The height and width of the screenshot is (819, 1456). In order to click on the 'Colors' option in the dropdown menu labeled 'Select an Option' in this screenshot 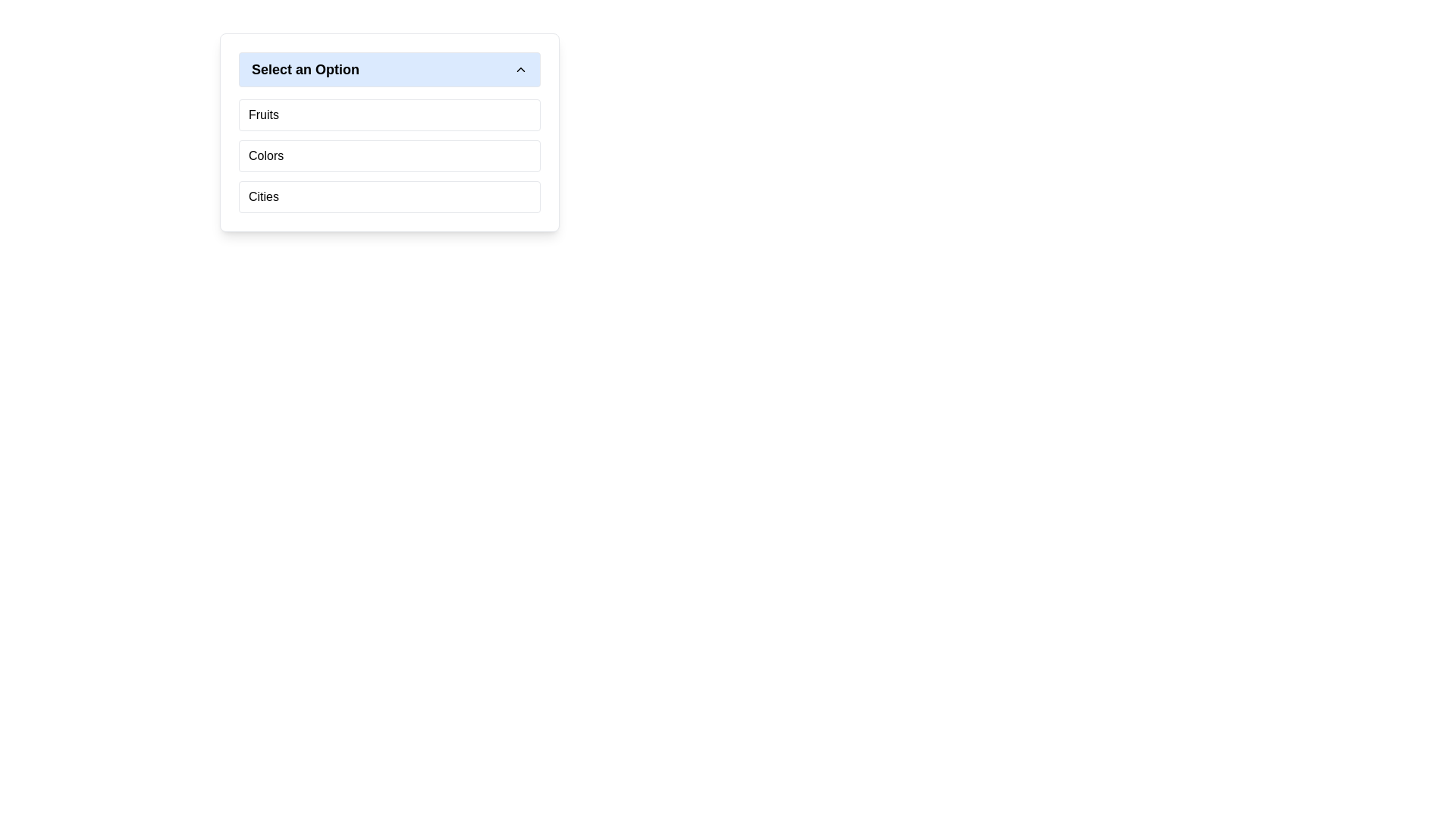, I will do `click(265, 155)`.